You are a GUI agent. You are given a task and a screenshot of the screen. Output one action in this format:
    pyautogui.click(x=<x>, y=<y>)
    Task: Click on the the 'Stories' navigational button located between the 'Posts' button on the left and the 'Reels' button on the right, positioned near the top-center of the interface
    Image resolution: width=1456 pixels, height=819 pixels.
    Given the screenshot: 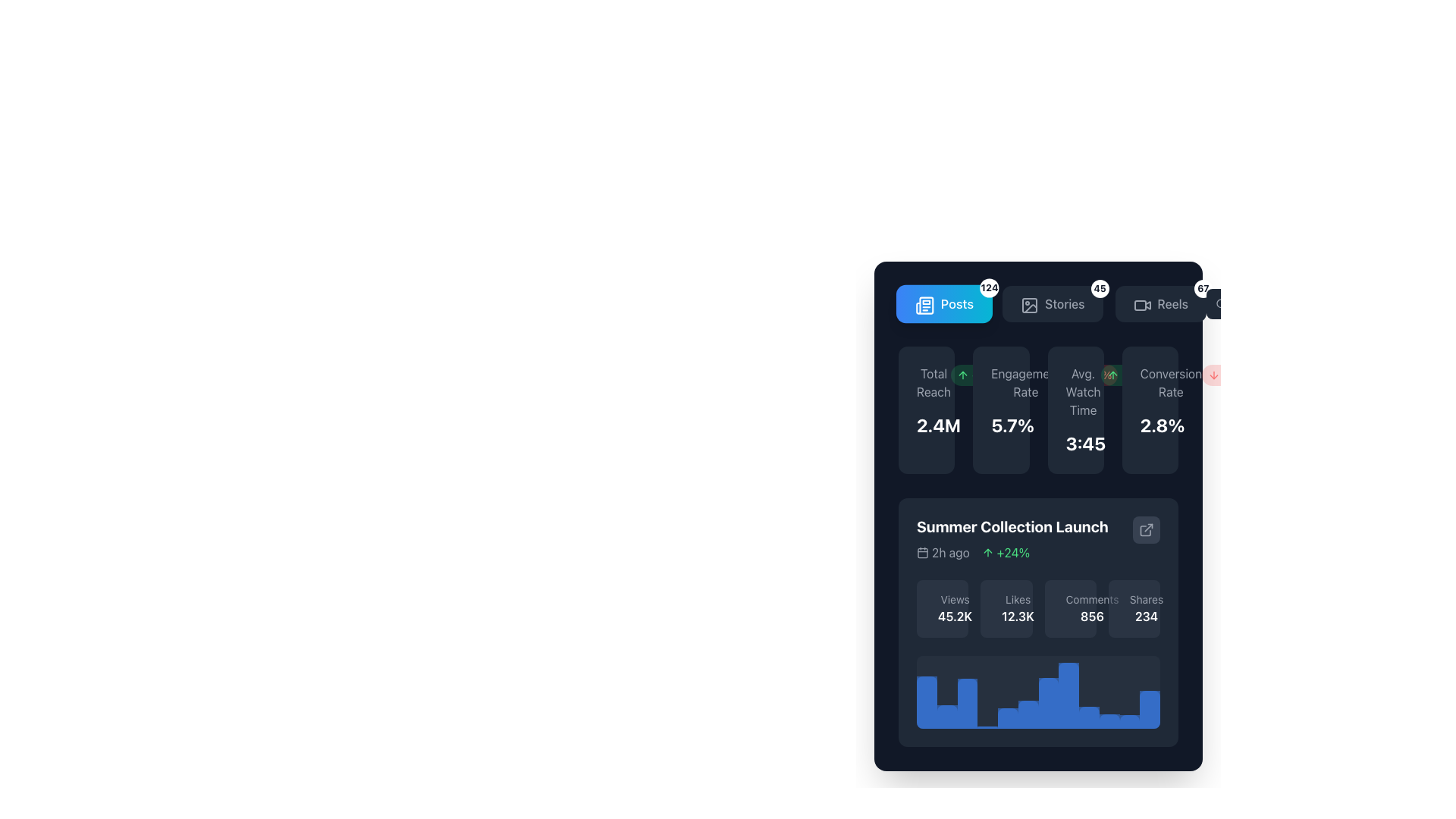 What is the action you would take?
    pyautogui.click(x=1052, y=304)
    